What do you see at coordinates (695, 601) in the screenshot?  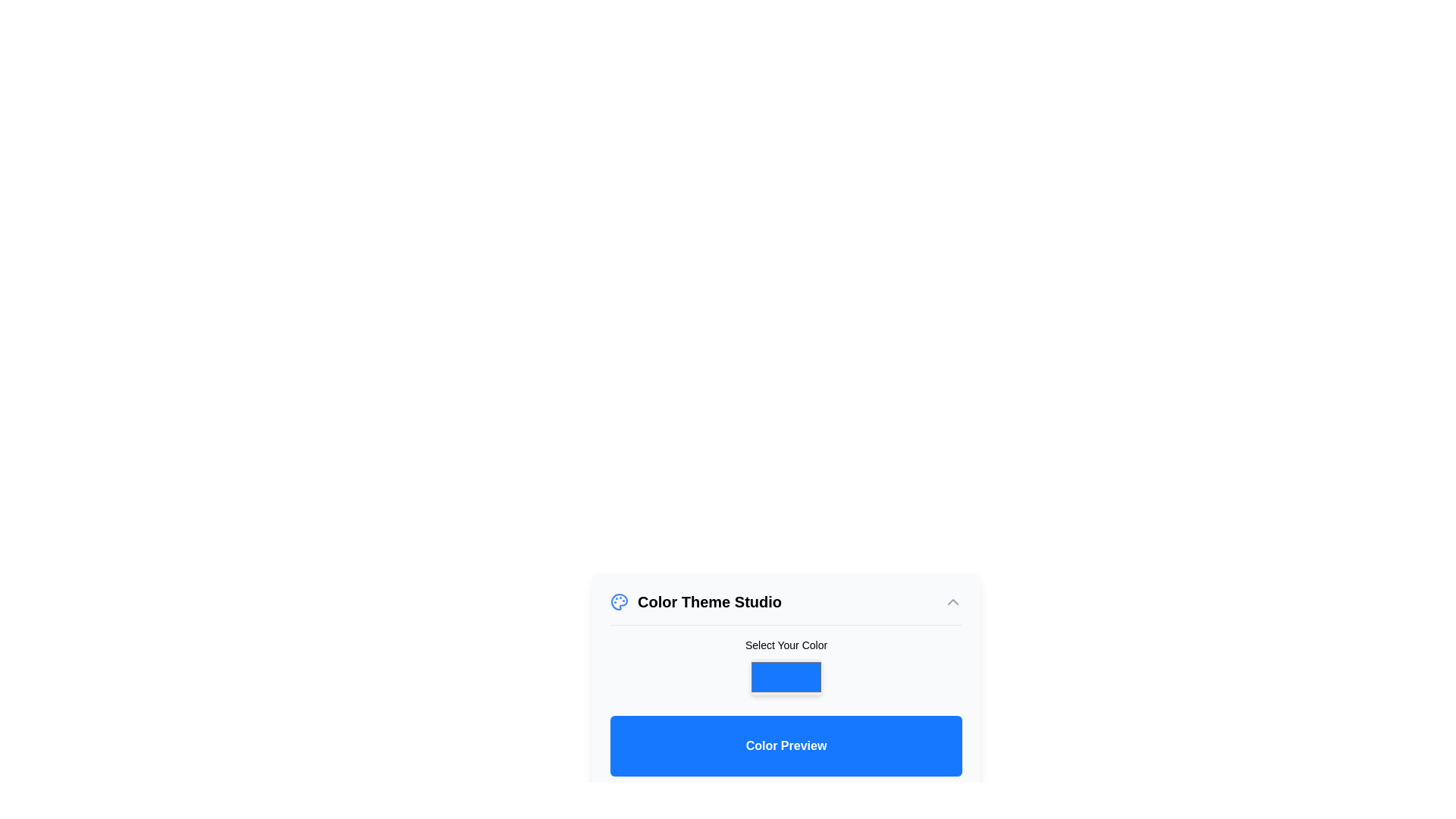 I see `the static text label representing the 'Color Theme Studio', located above the 'Toggle Panel' icon` at bounding box center [695, 601].